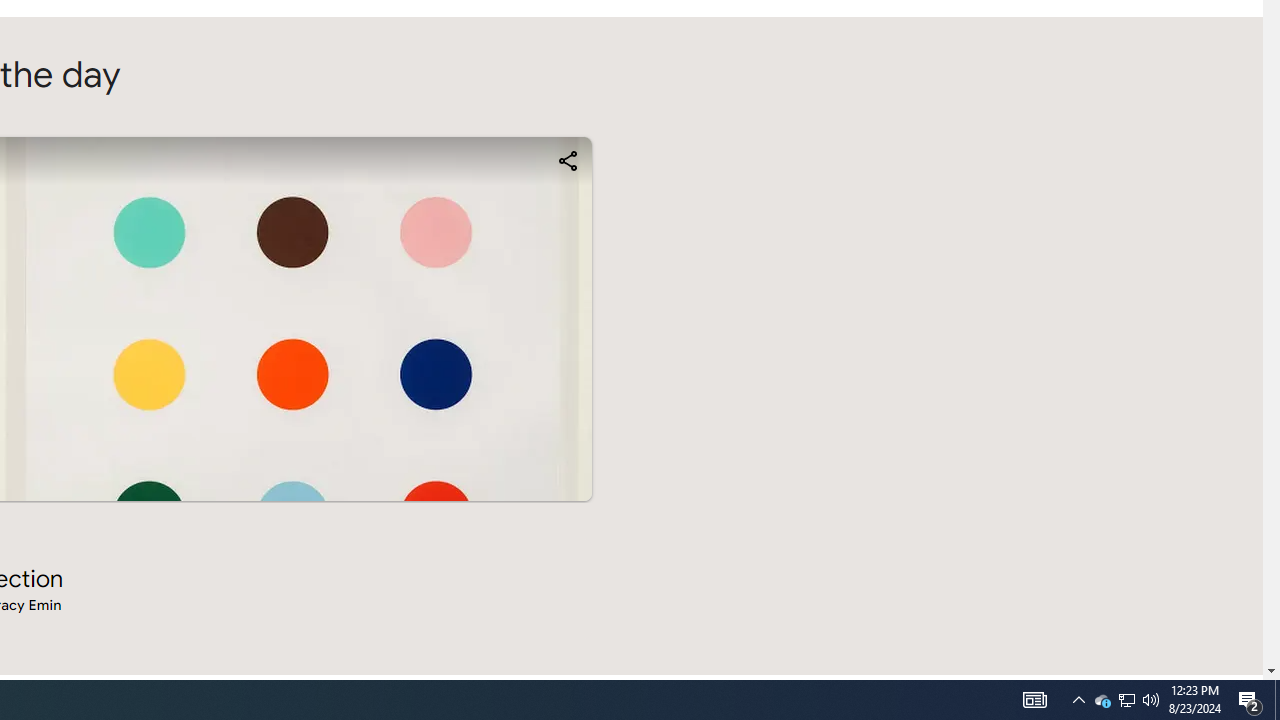 Image resolution: width=1280 pixels, height=720 pixels. What do you see at coordinates (566, 159) in the screenshot?
I see `'Share "Get to Know the Young British Artists"'` at bounding box center [566, 159].